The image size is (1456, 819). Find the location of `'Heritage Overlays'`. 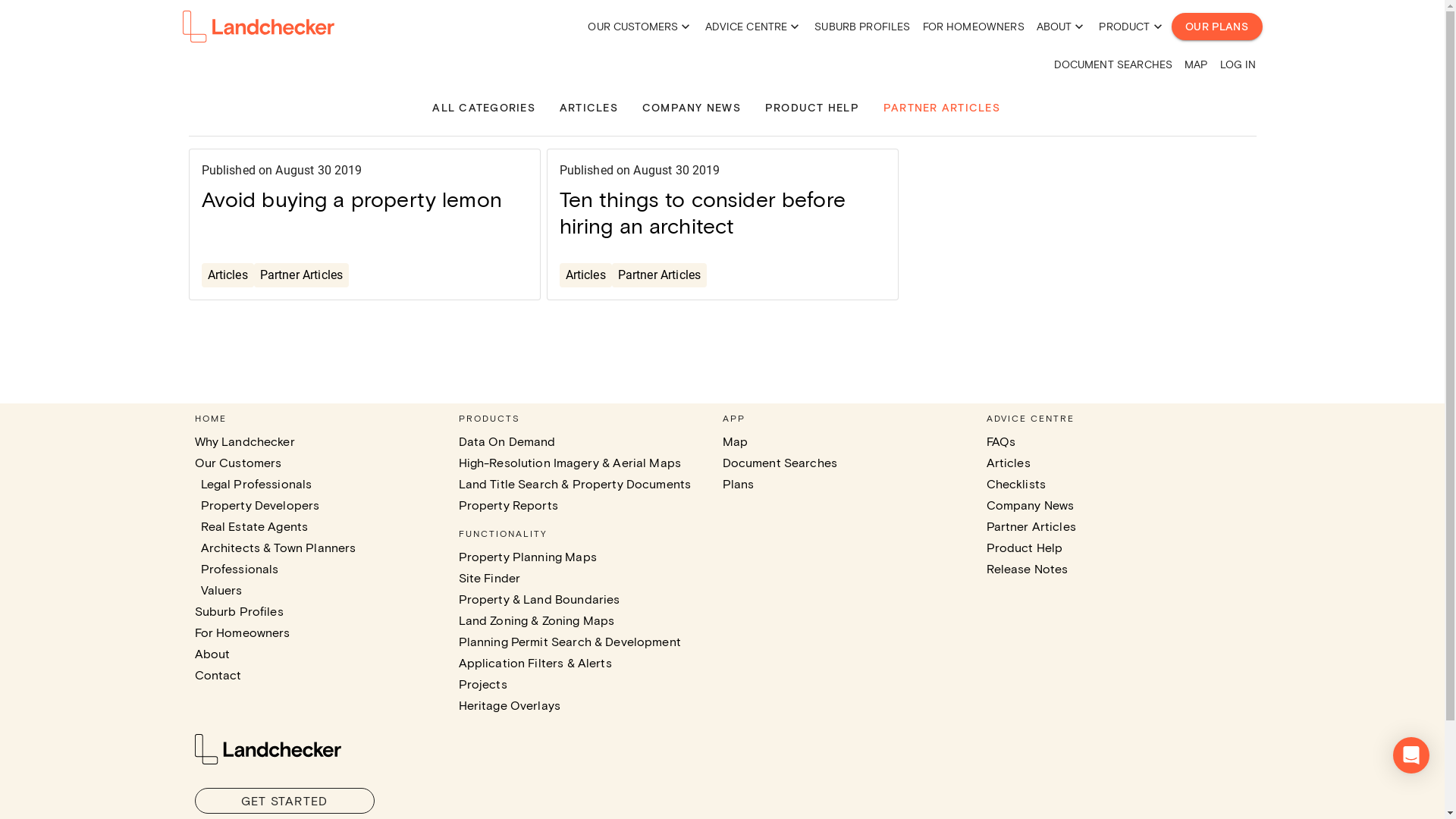

'Heritage Overlays' is located at coordinates (509, 705).